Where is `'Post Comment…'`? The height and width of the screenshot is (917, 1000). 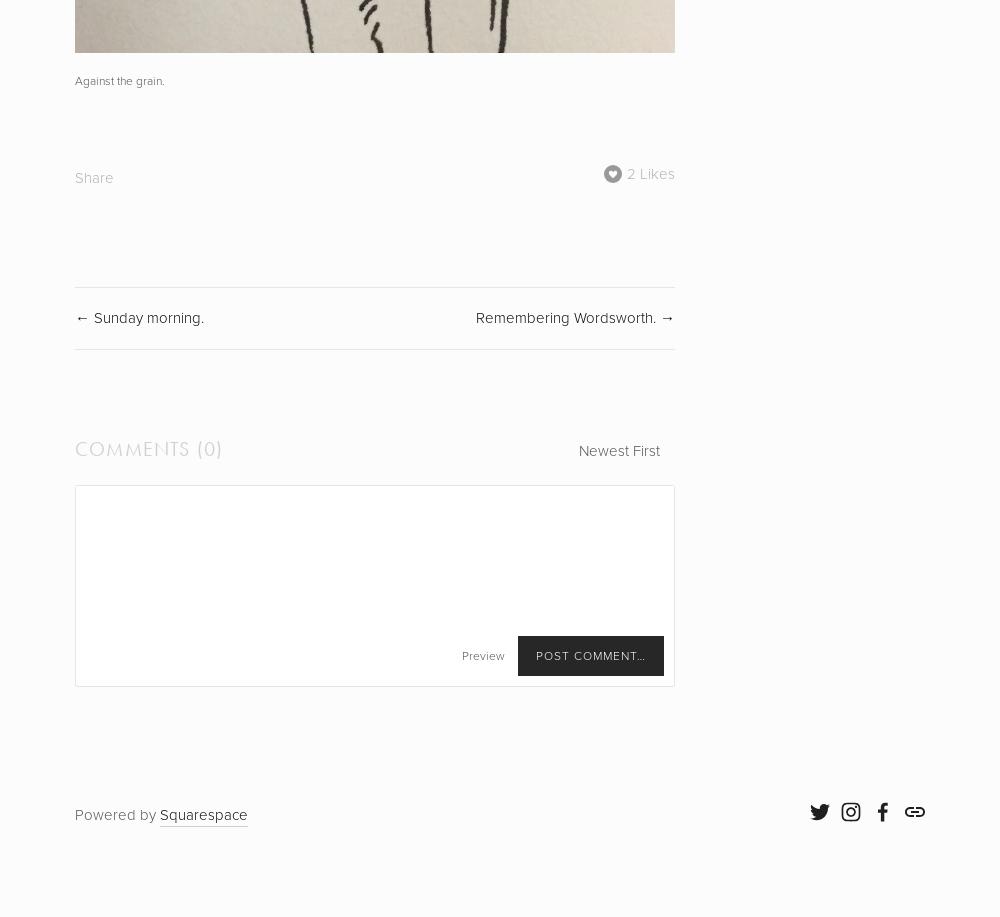
'Post Comment…' is located at coordinates (590, 656).